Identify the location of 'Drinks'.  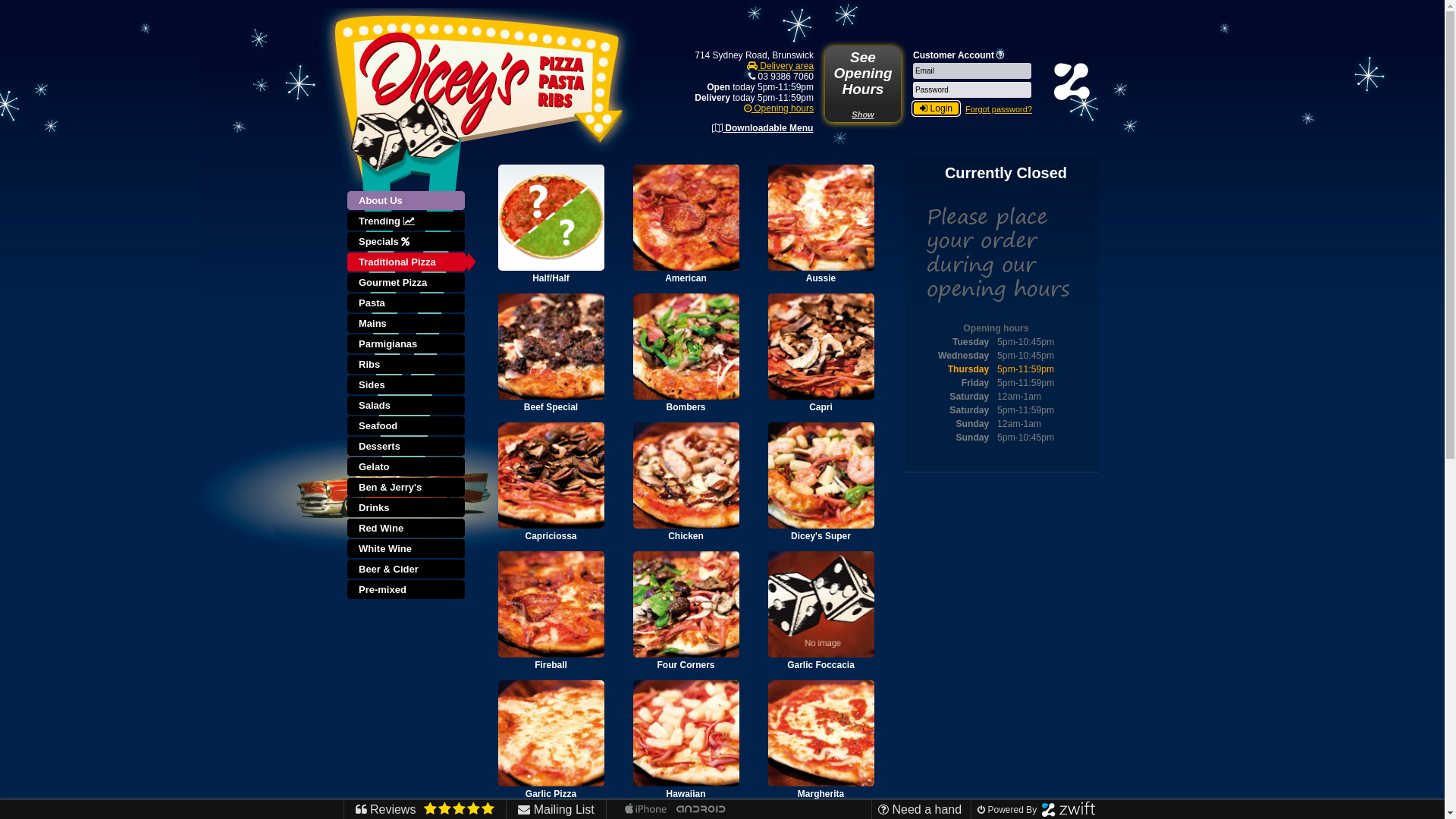
(407, 508).